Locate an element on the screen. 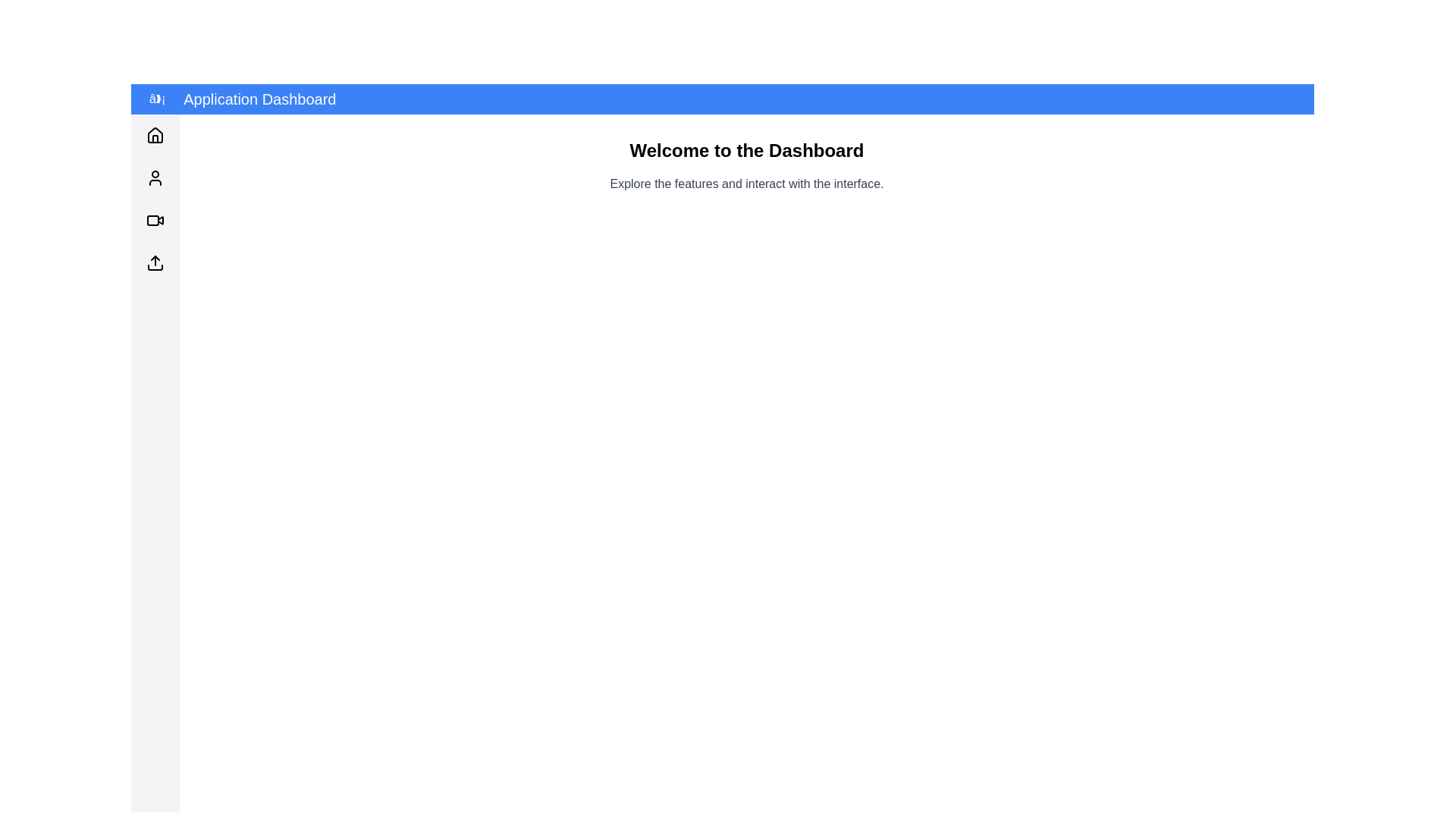 The image size is (1456, 819). the text block that reads 'Explore the features and interact with the interface.' which is styled with a gray font and centered below the 'Welcome to the Dashboard.' text element is located at coordinates (746, 184).